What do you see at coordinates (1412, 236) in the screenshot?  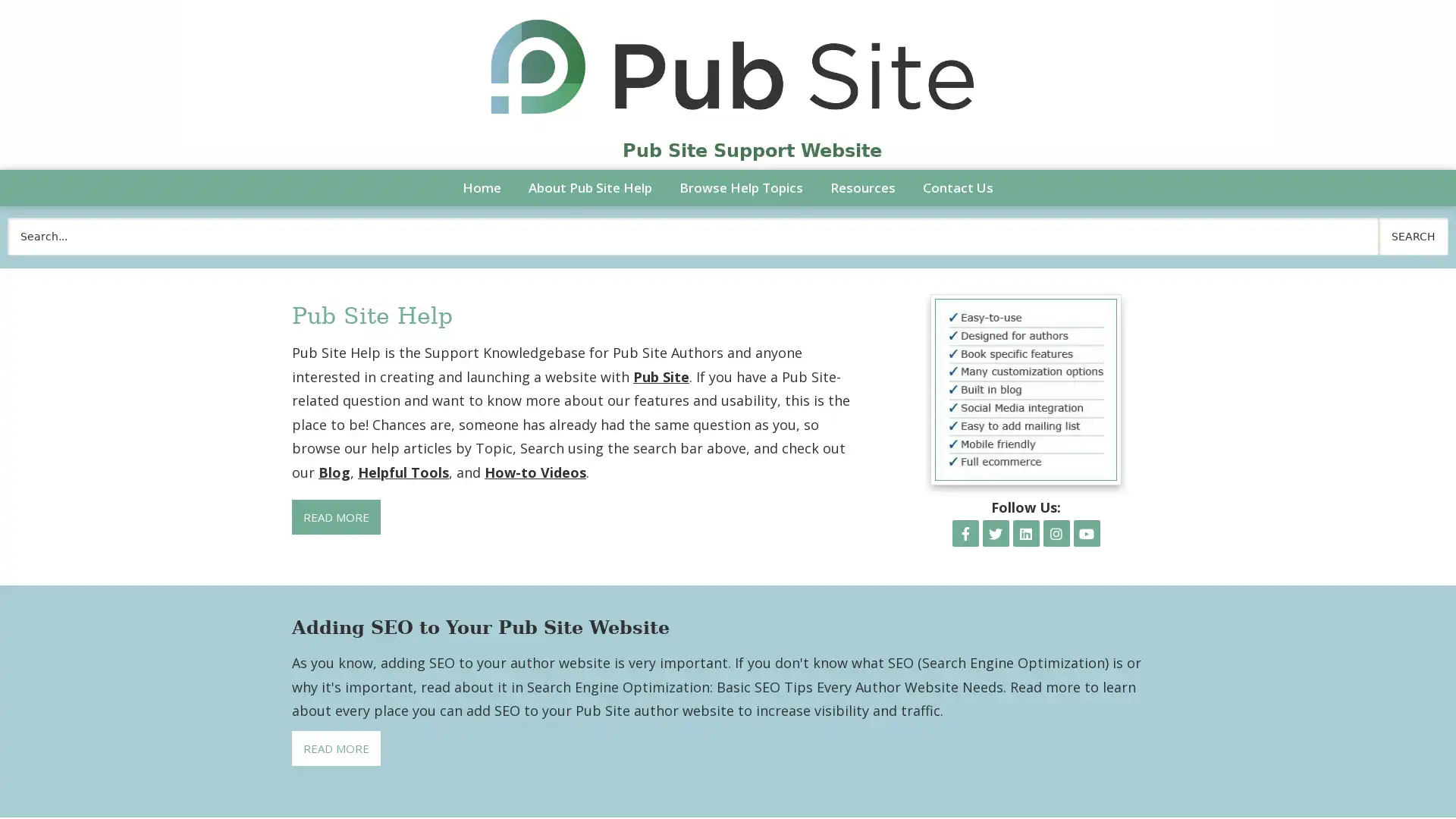 I see `Search` at bounding box center [1412, 236].